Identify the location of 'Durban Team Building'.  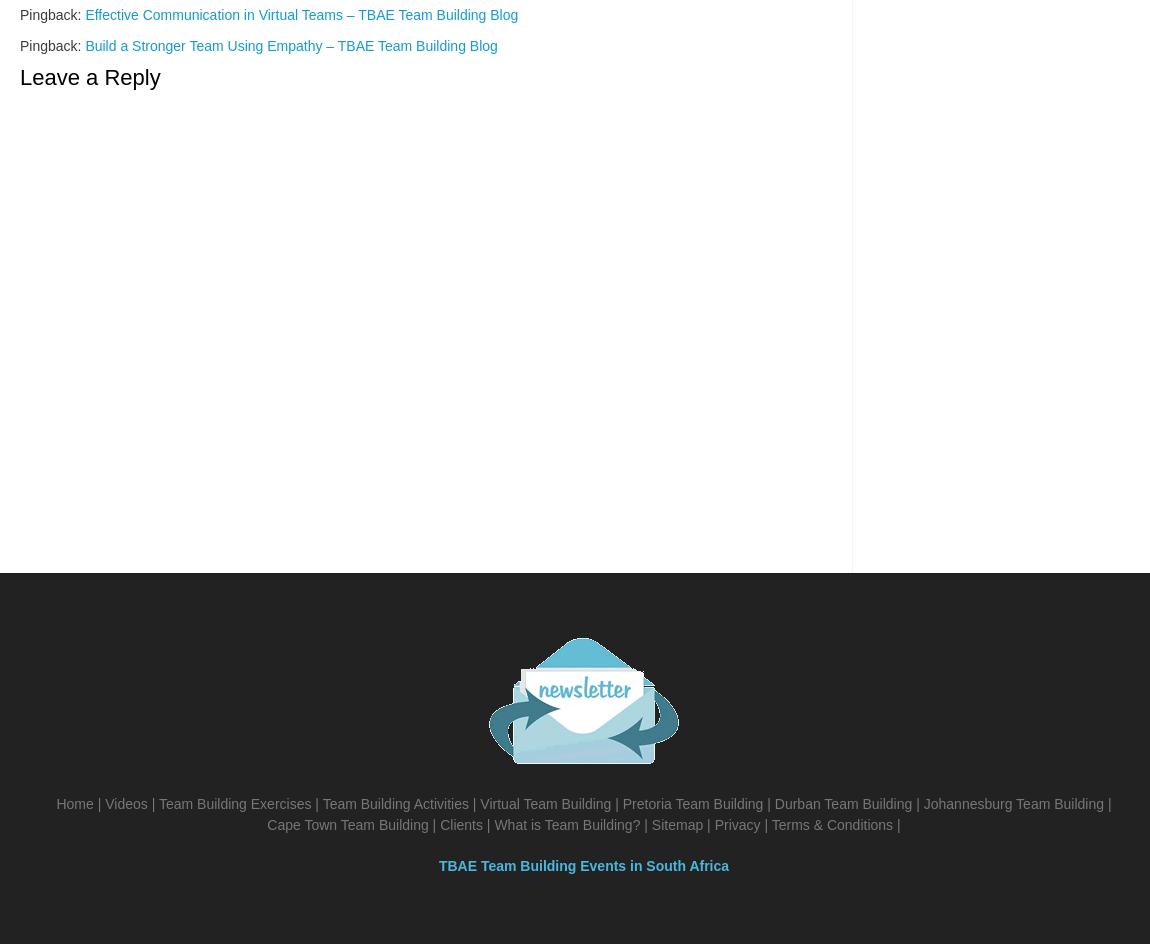
(841, 803).